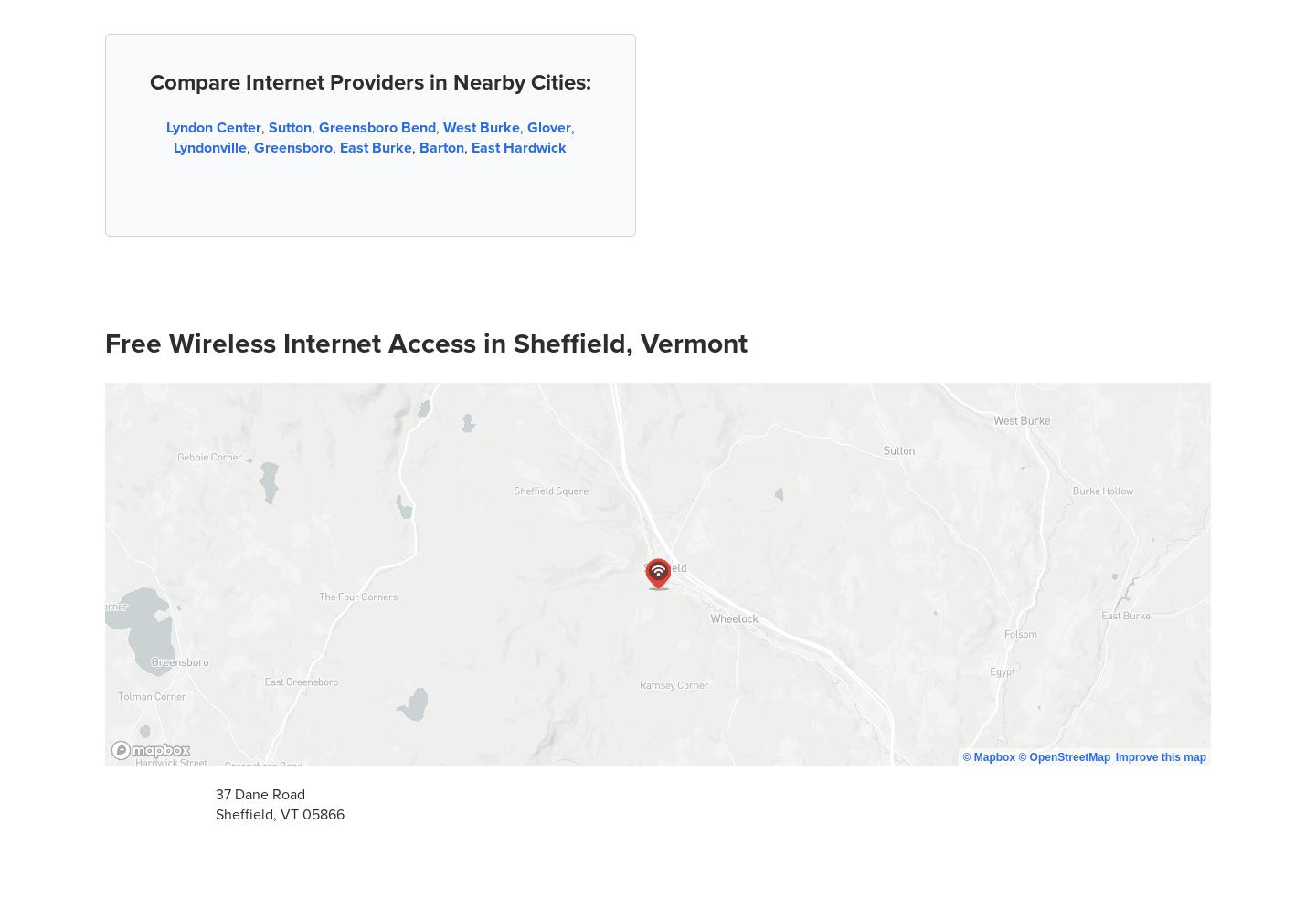 The image size is (1316, 909). Describe the element at coordinates (318, 126) in the screenshot. I see `'Greensboro Bend'` at that location.